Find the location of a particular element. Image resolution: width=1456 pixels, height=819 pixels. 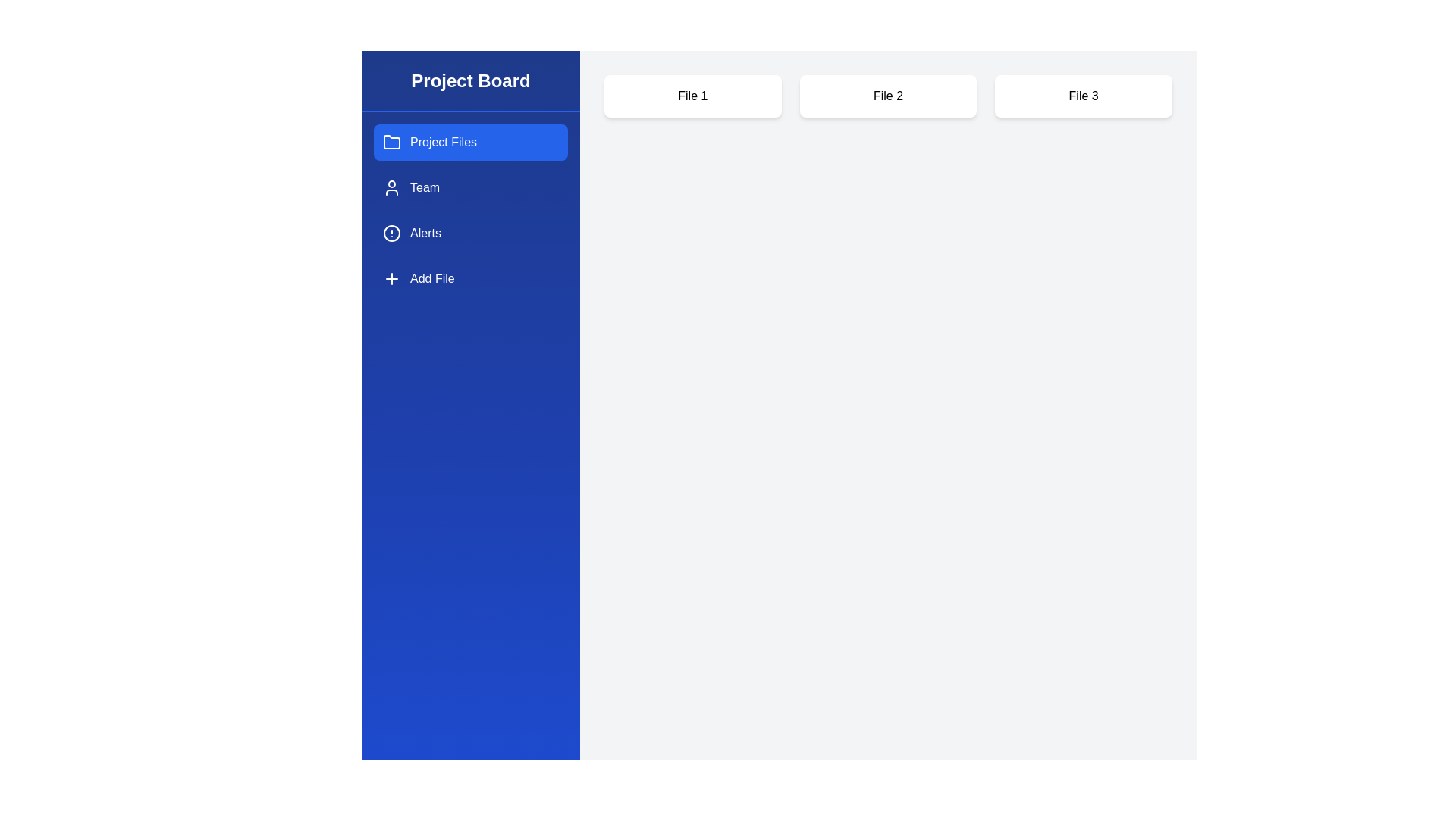

the 'Add File' icon located in the left sidebar, below the 'Alerts' option, which serves as a visual indicator for adding new files is located at coordinates (392, 278).